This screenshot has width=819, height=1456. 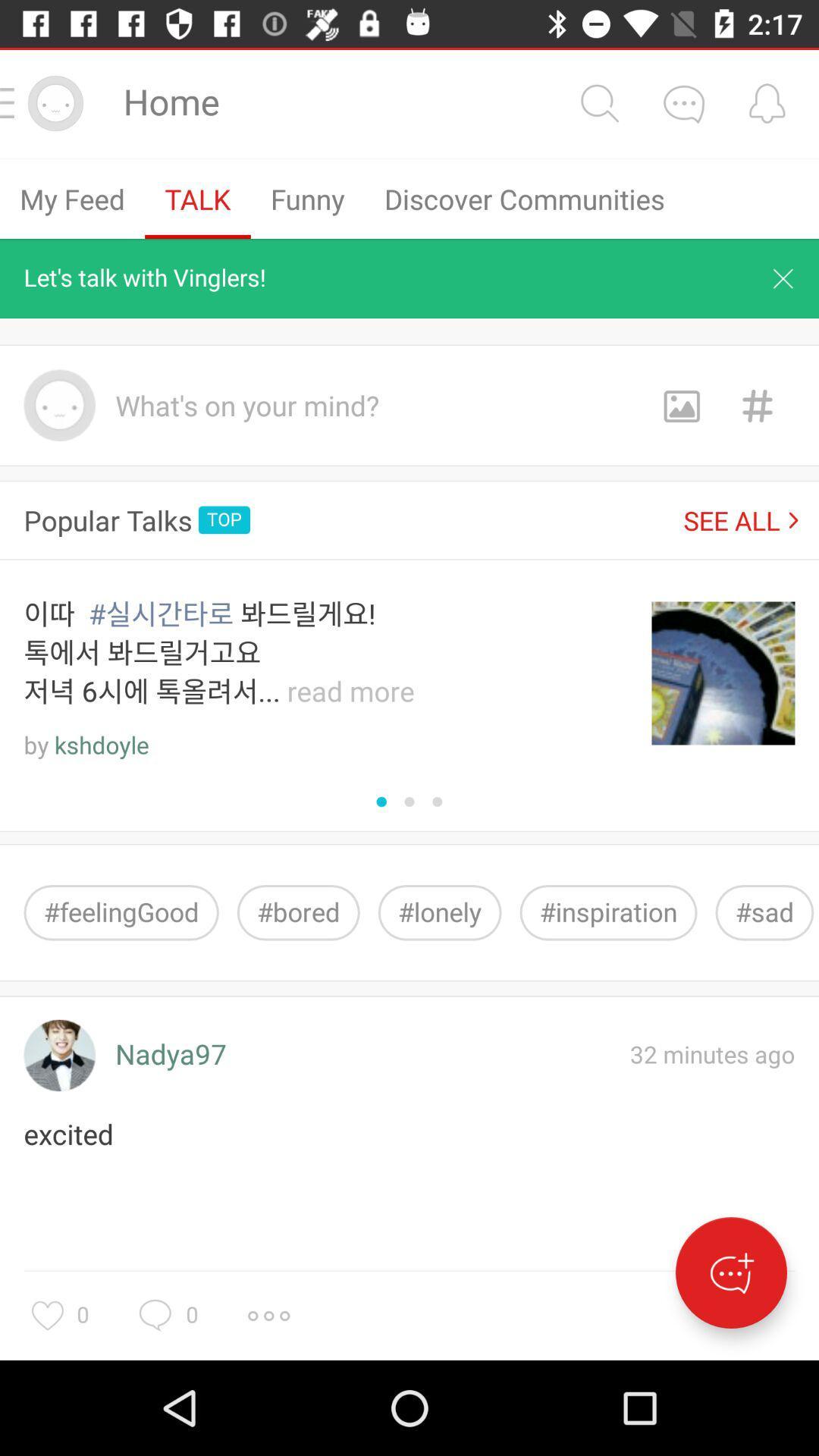 I want to click on the icon to the right of the #inspiration icon, so click(x=764, y=912).